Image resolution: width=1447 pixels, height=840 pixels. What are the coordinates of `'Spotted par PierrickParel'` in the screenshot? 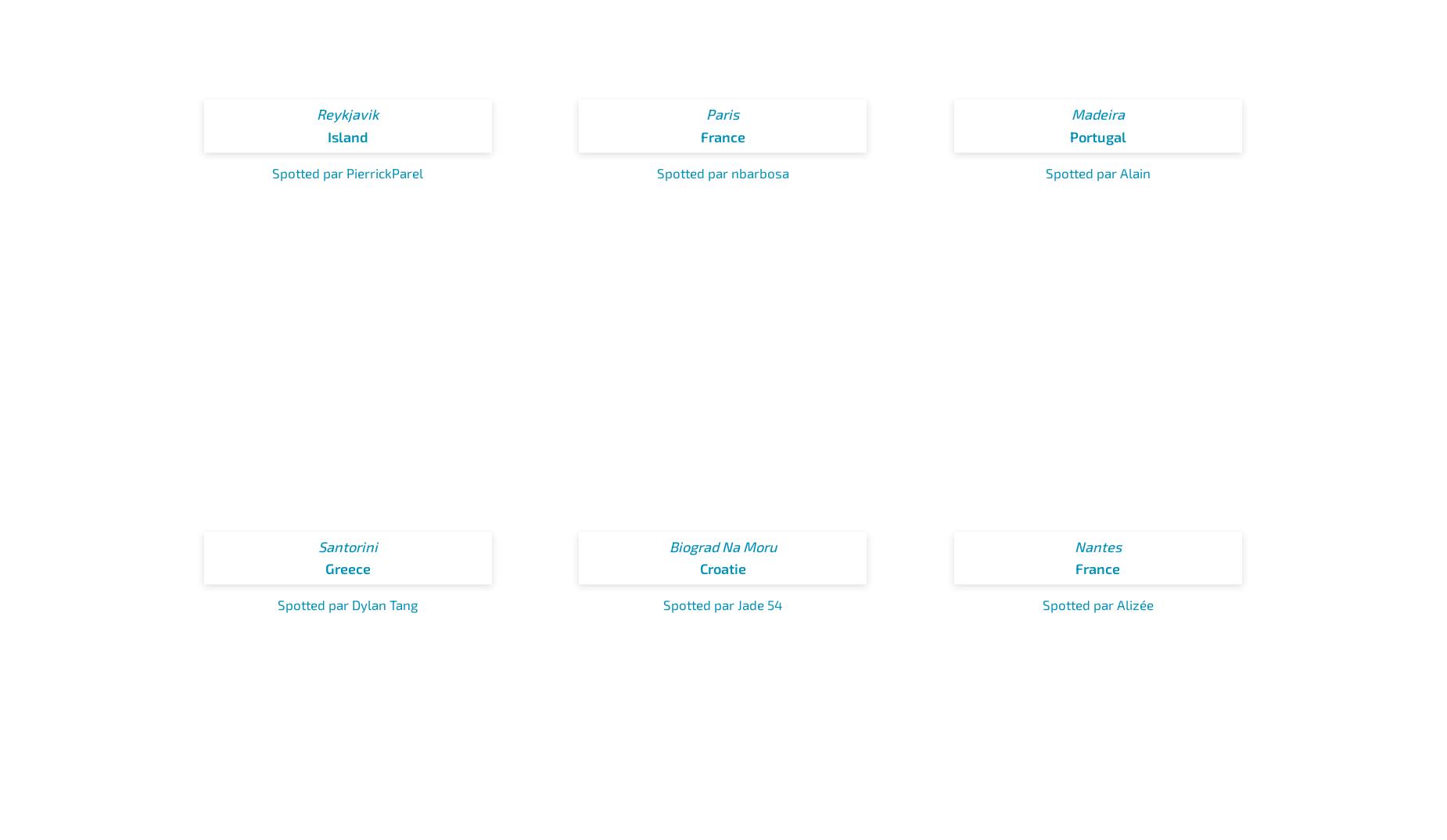 It's located at (346, 171).